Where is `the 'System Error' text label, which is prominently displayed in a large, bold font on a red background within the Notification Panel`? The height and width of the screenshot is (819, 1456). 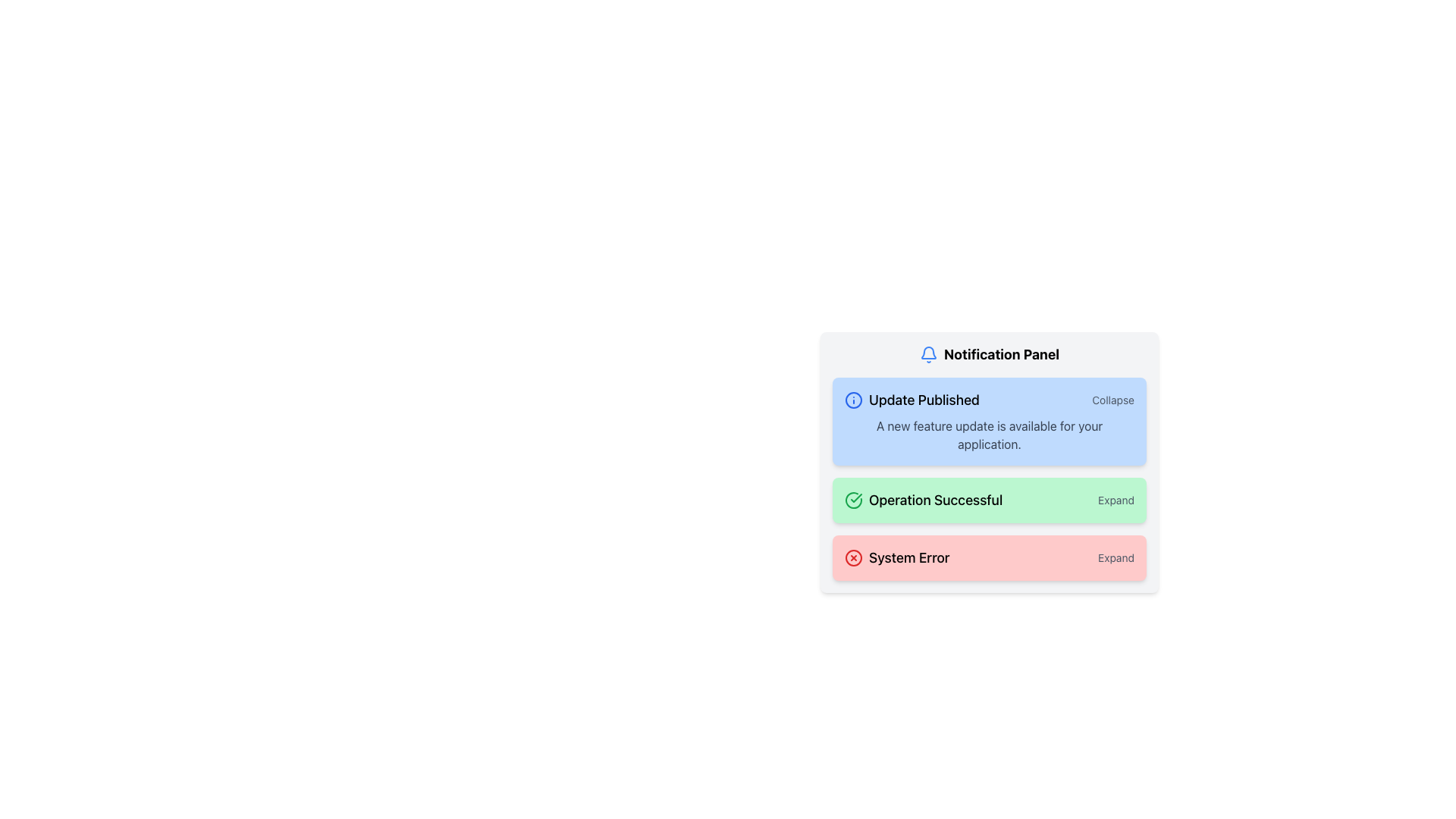 the 'System Error' text label, which is prominently displayed in a large, bold font on a red background within the Notification Panel is located at coordinates (909, 558).